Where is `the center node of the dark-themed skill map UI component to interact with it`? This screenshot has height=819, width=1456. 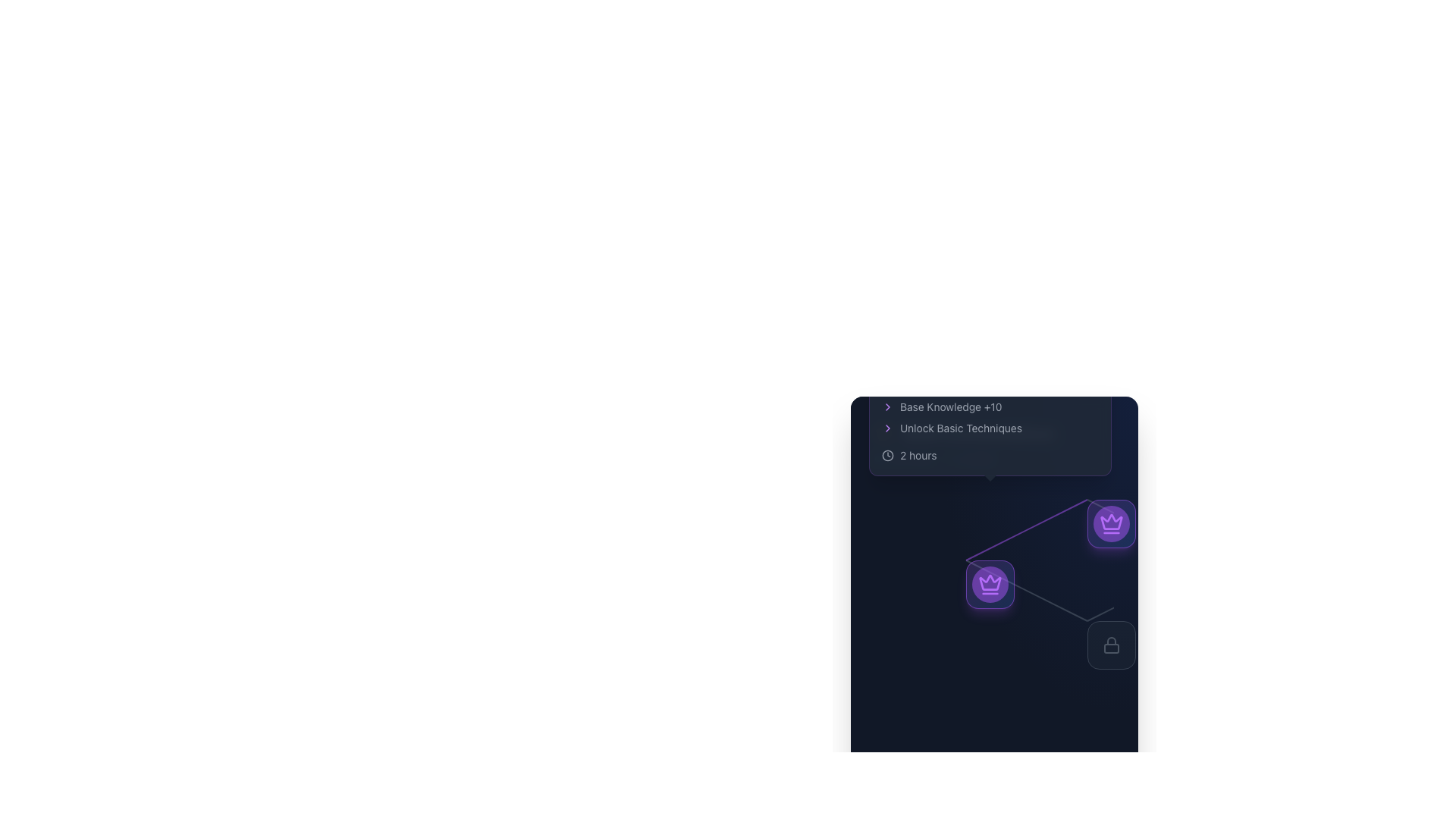 the center node of the dark-themed skill map UI component to interact with it is located at coordinates (994, 565).